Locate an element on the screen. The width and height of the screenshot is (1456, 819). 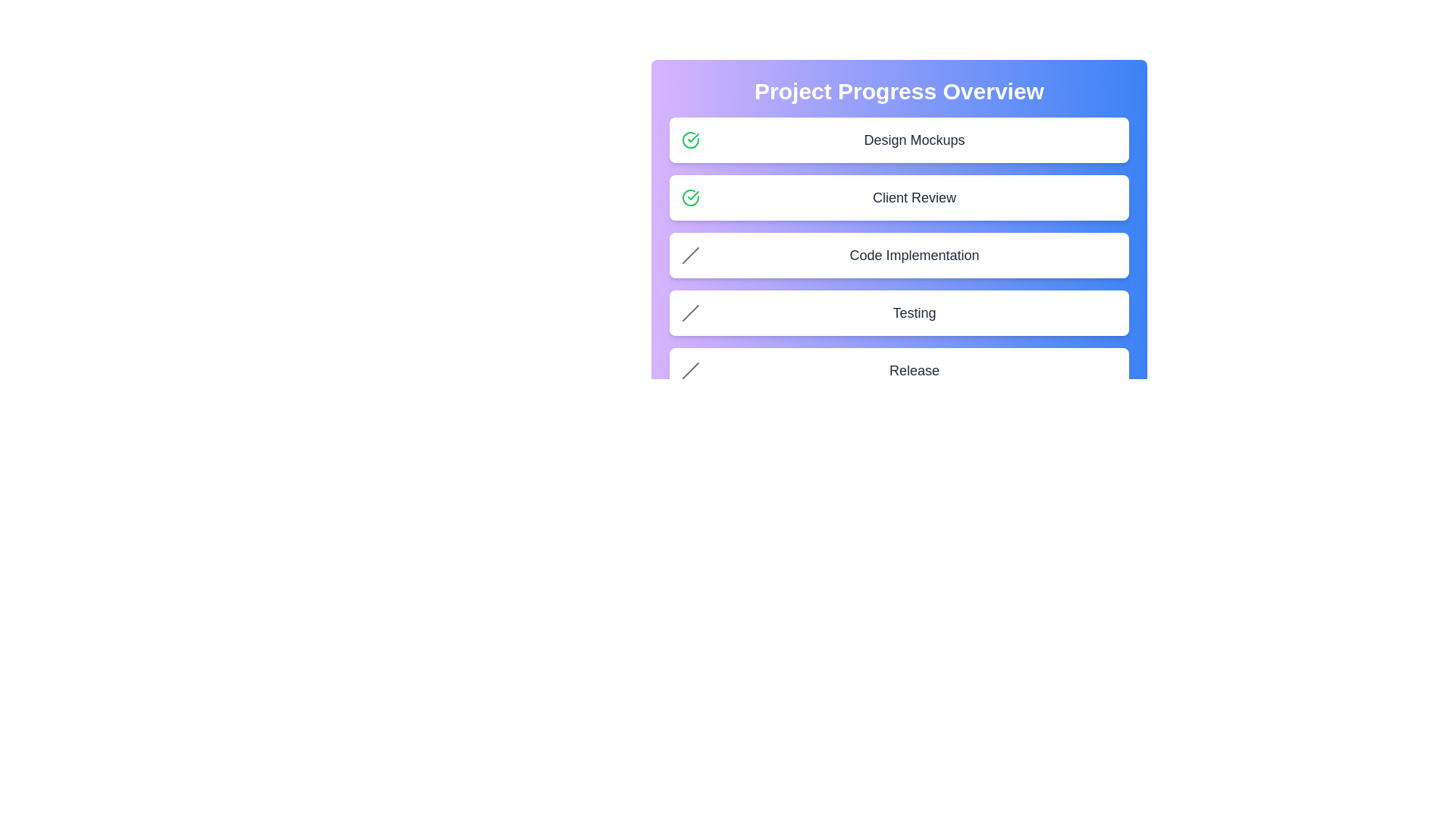
the first card in the vertical list that represents the task 'Design Mockups' is located at coordinates (899, 140).